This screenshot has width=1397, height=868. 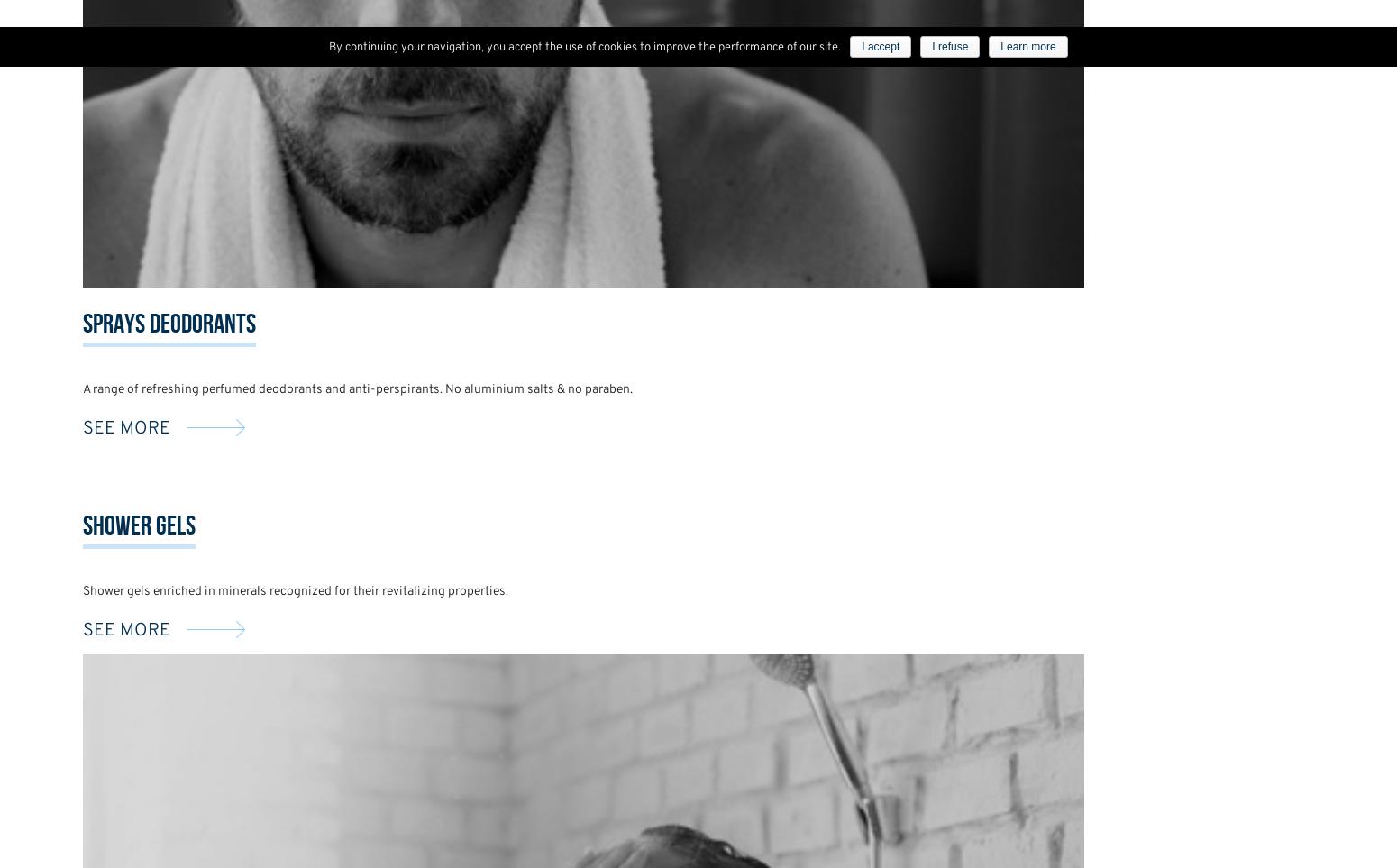 What do you see at coordinates (999, 47) in the screenshot?
I see `'Learn more'` at bounding box center [999, 47].